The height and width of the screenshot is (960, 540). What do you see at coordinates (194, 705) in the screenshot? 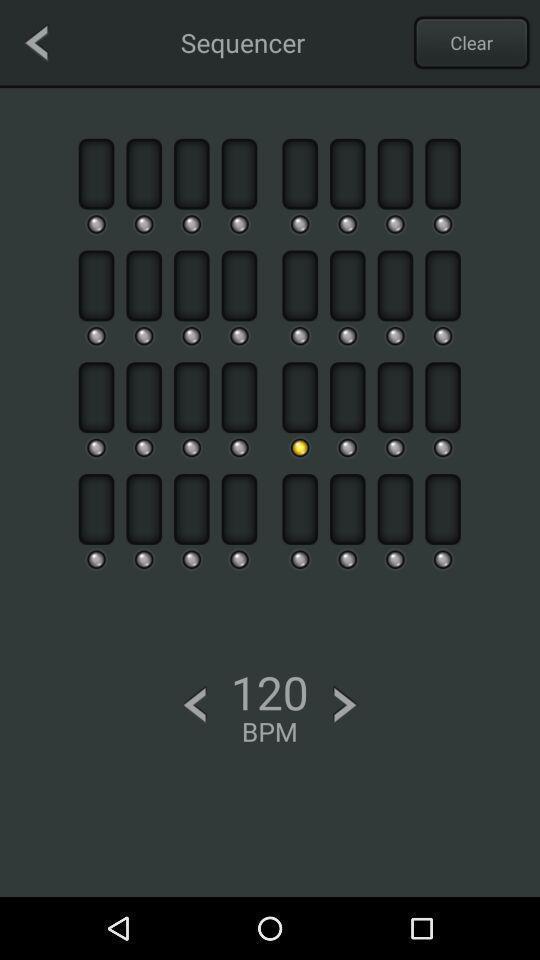
I see `the arrow_backward icon` at bounding box center [194, 705].